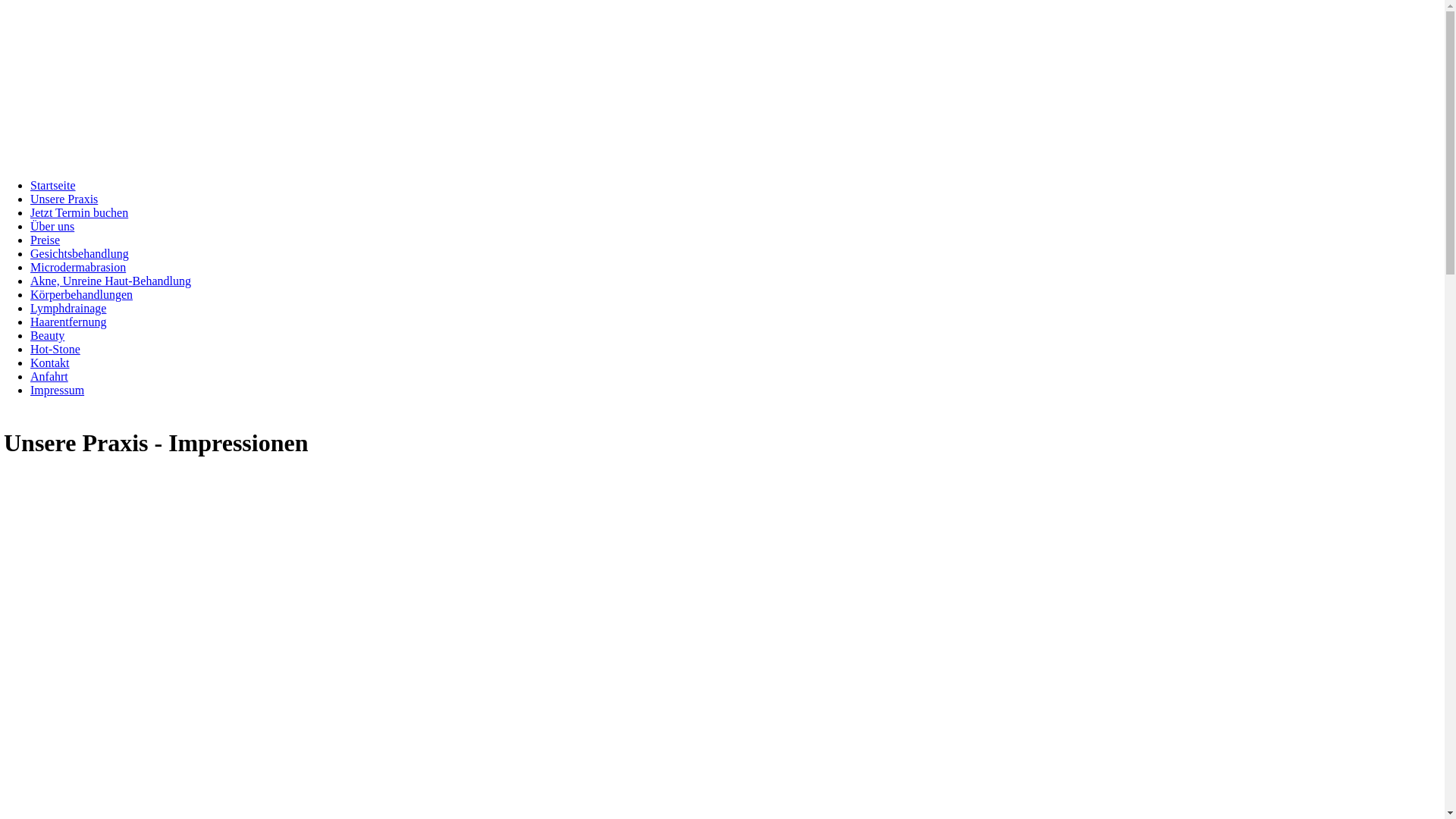  I want to click on 'Beauty', so click(47, 334).